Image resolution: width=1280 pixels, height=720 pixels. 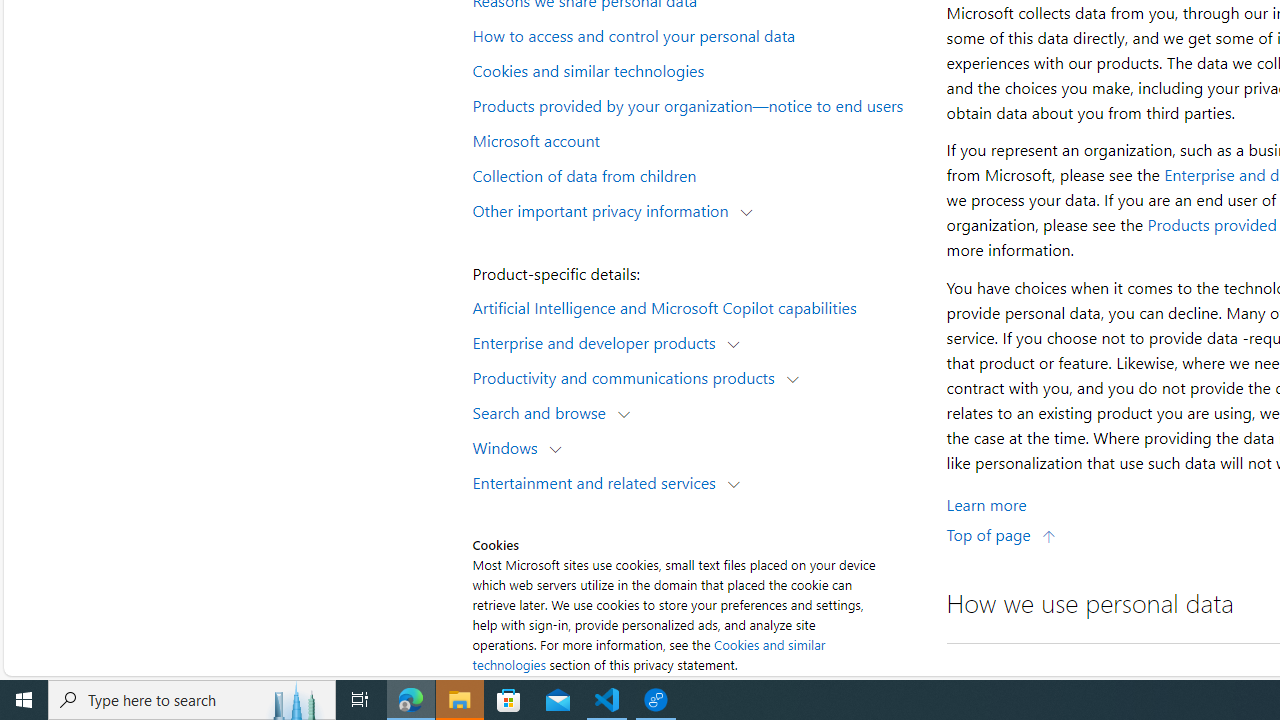 I want to click on 'Collection of data from children', so click(x=696, y=173).